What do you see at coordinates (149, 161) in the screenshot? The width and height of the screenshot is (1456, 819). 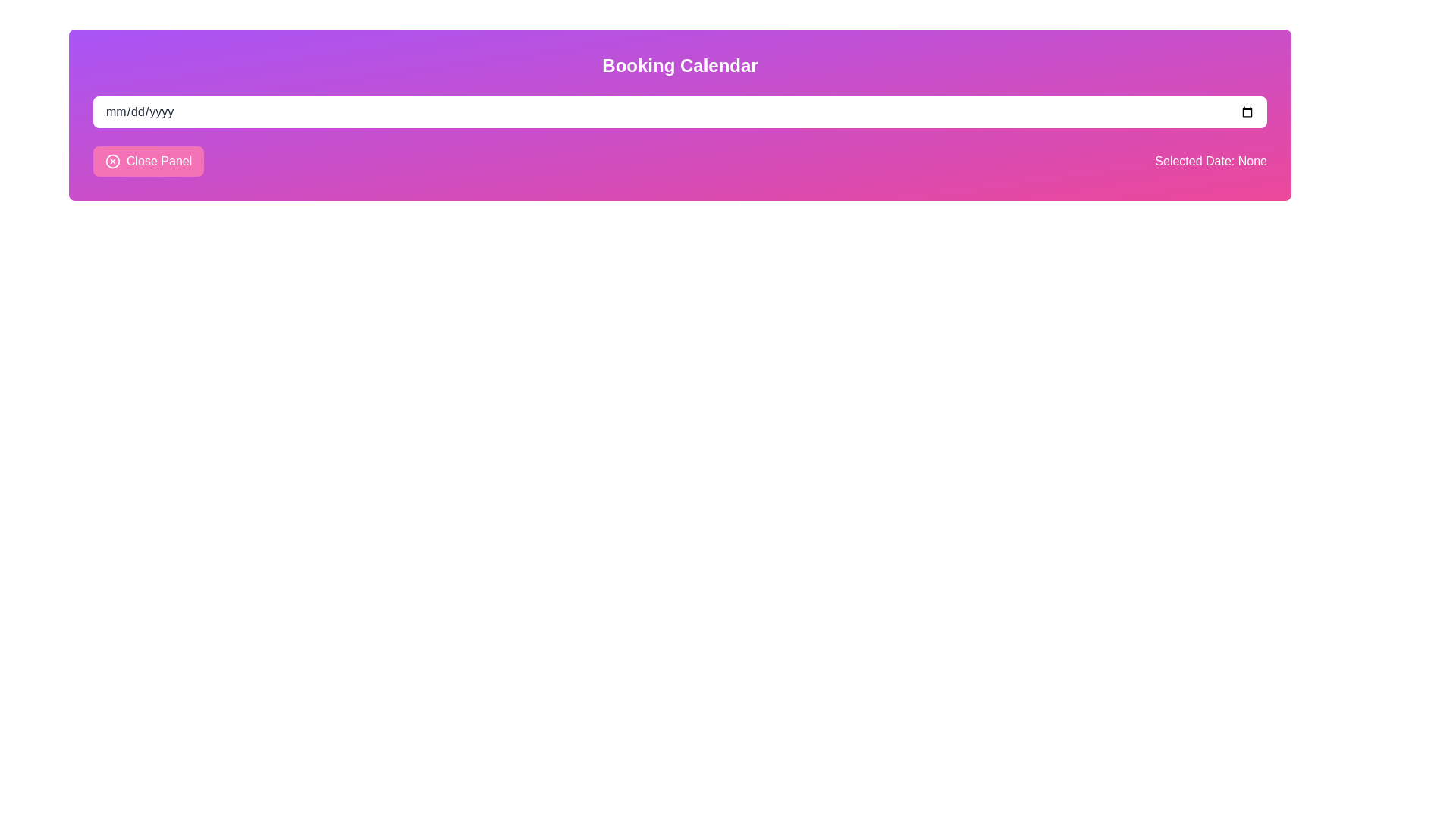 I see `the 'Close Panel' button with a pink background and white text for accessibility navigation` at bounding box center [149, 161].